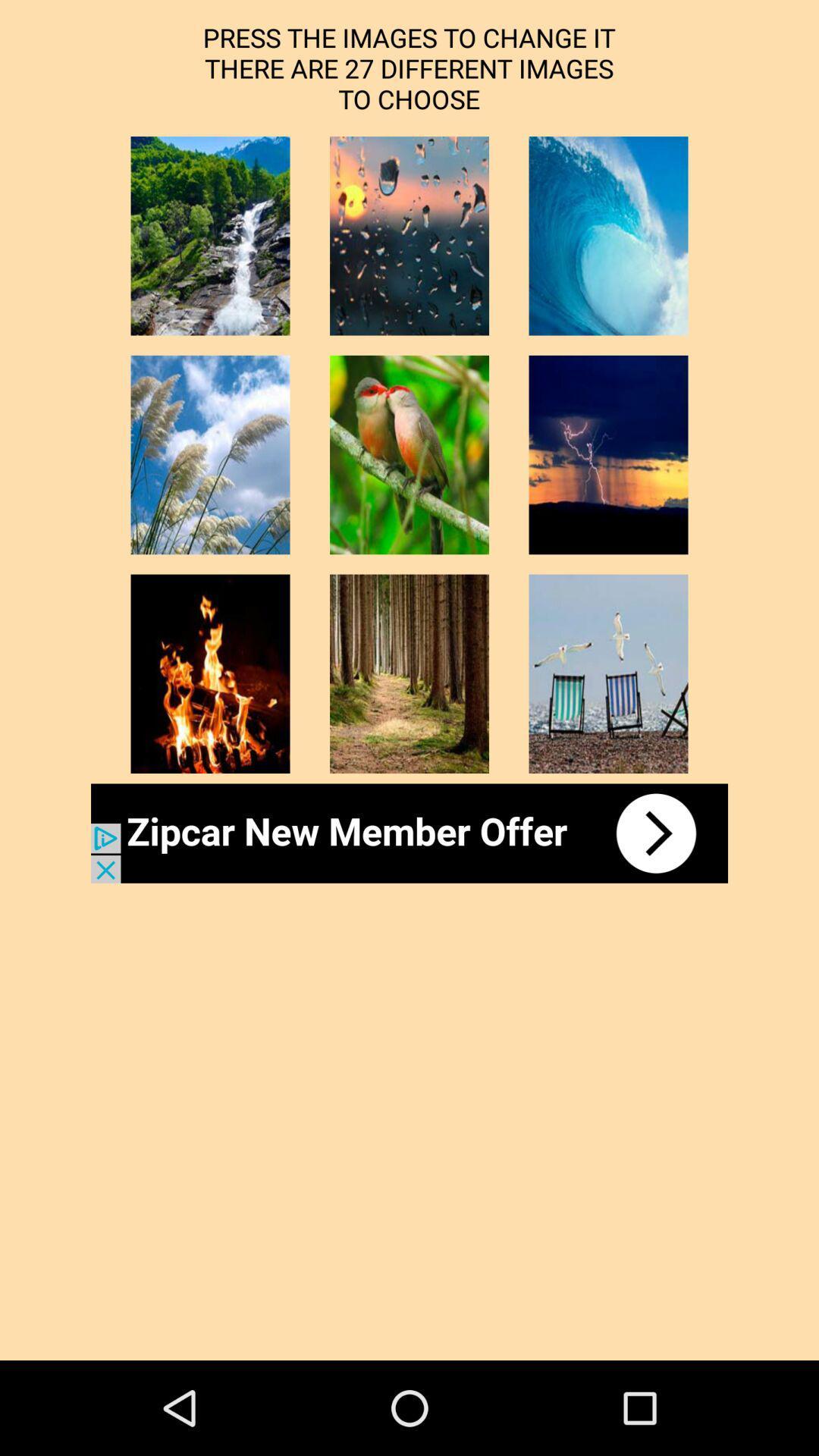 The width and height of the screenshot is (819, 1456). I want to click on fire, so click(210, 673).